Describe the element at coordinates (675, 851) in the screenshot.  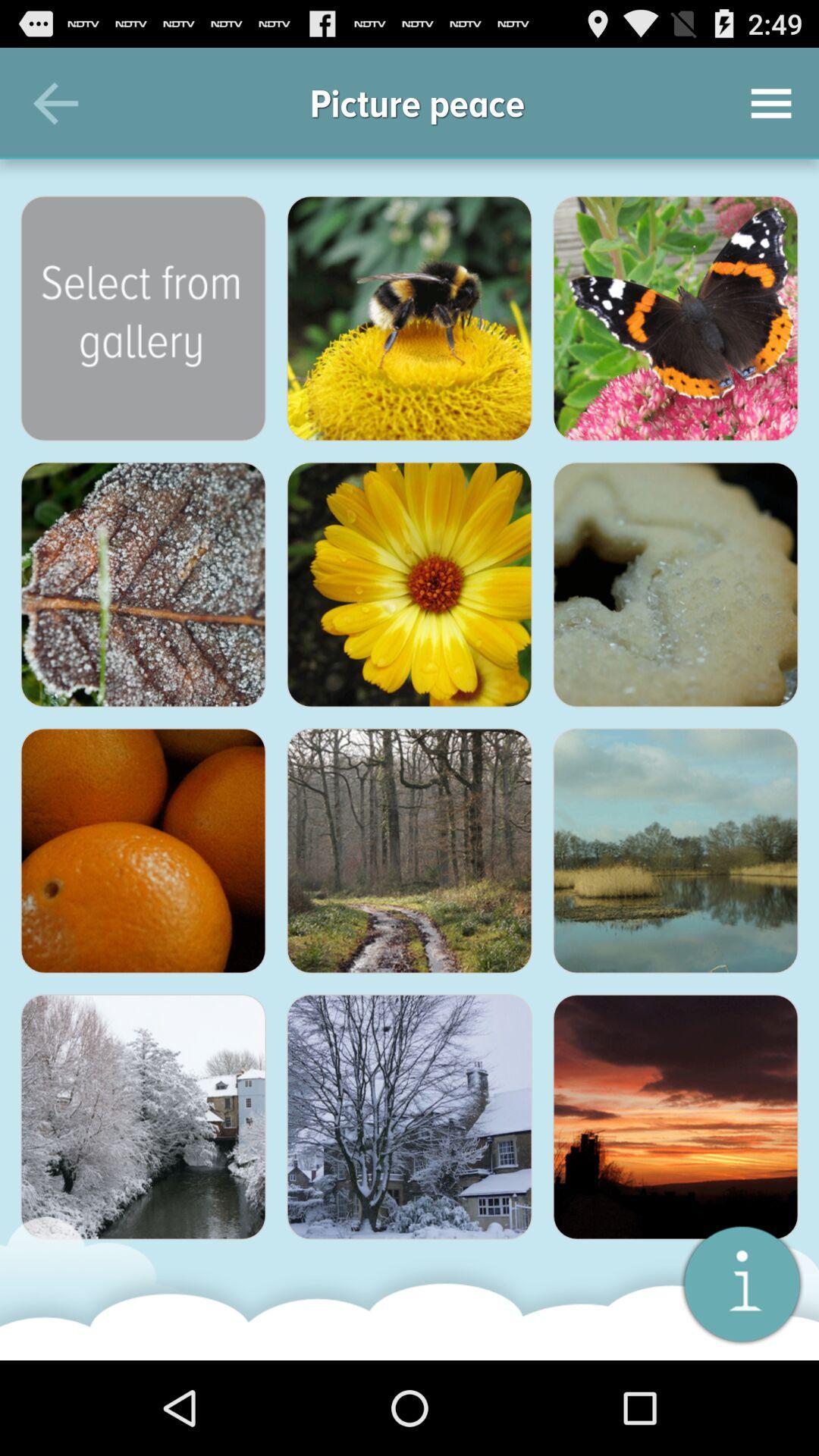
I see `choose picture` at that location.